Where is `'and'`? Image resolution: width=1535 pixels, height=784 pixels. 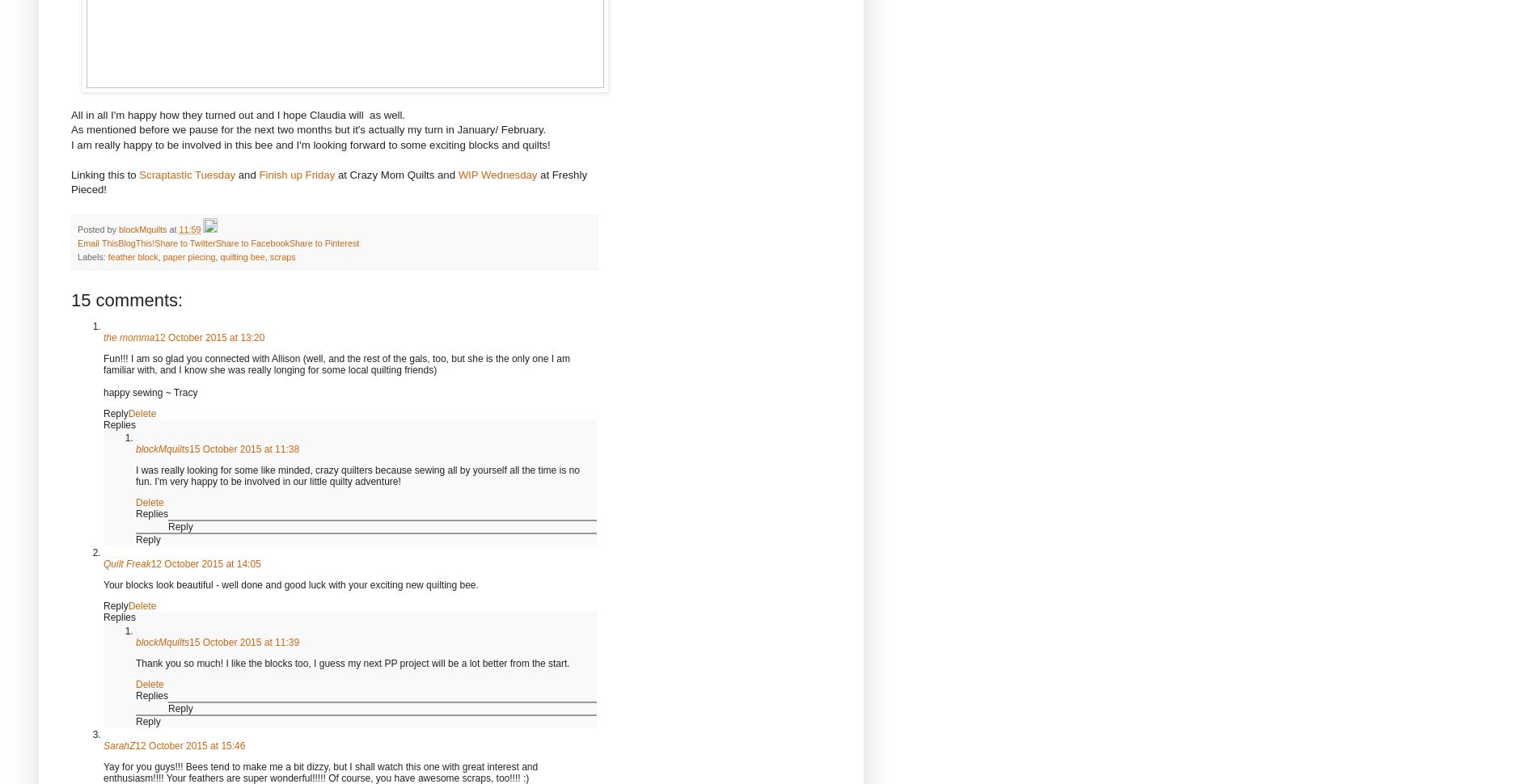 'and' is located at coordinates (234, 174).